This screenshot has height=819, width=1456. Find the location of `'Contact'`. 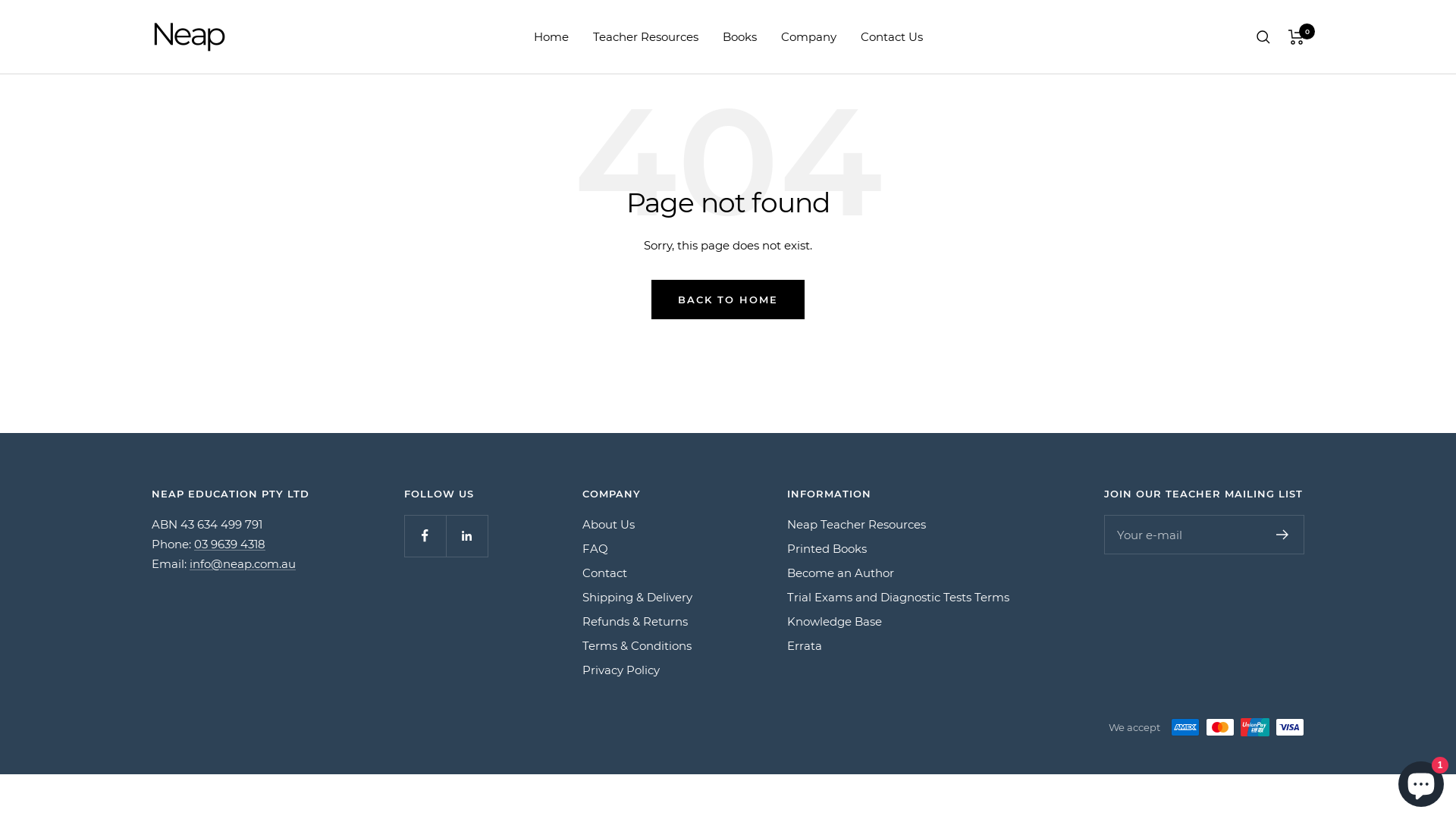

'Contact' is located at coordinates (604, 573).